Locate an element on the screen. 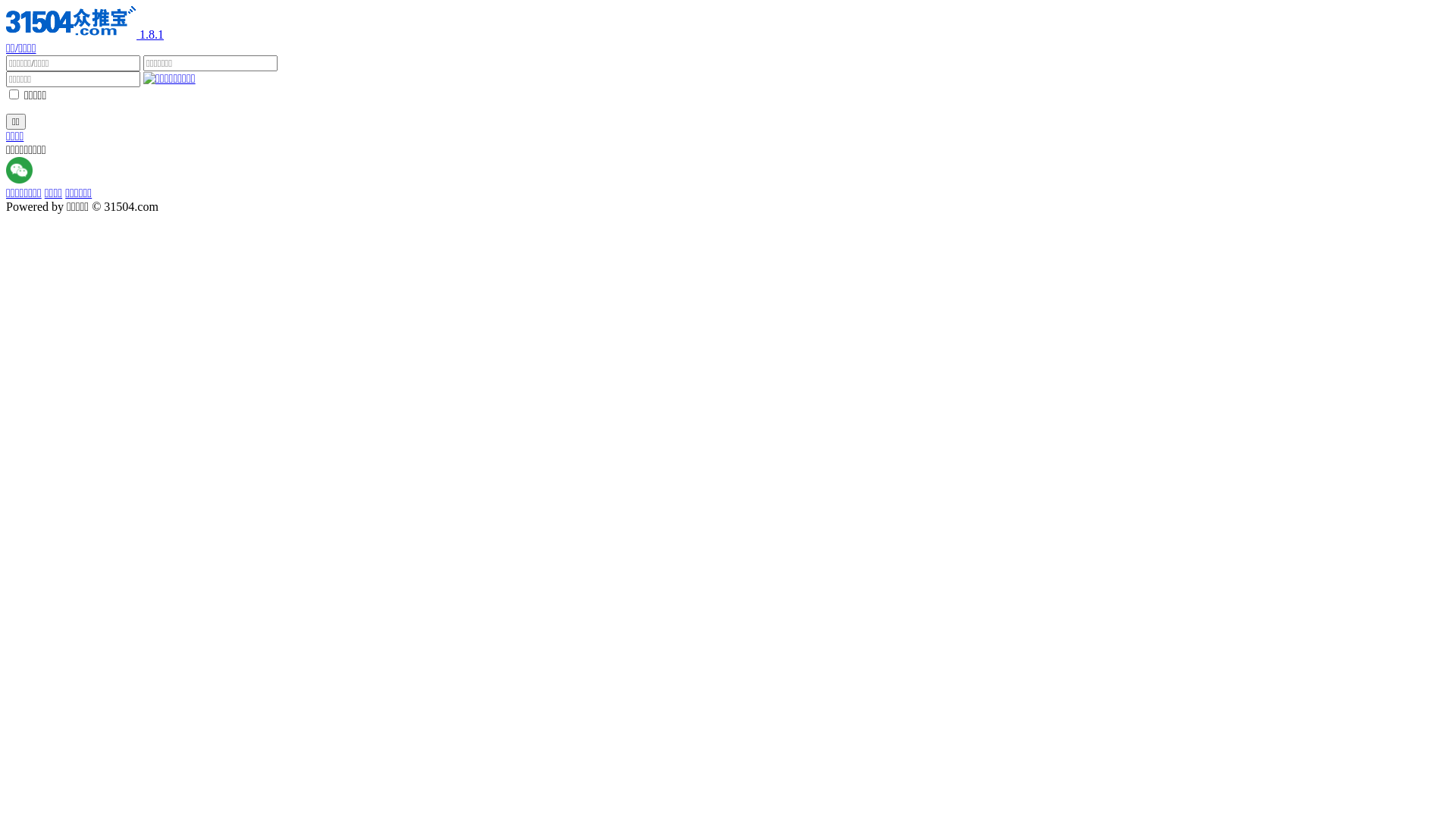 Image resolution: width=1456 pixels, height=819 pixels. '1.8.1' is located at coordinates (83, 34).